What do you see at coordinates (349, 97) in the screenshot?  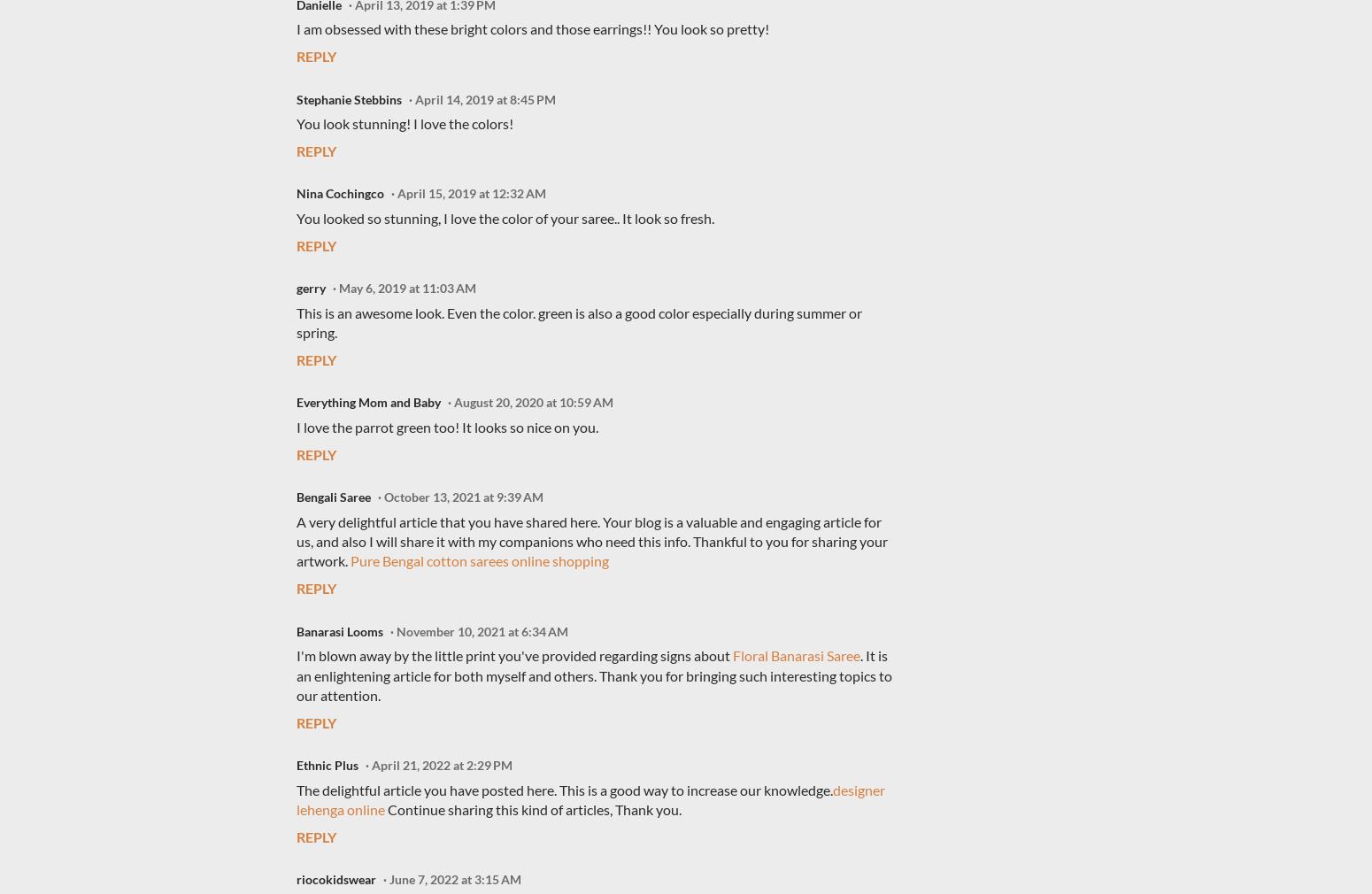 I see `'Stephanie Stebbins'` at bounding box center [349, 97].